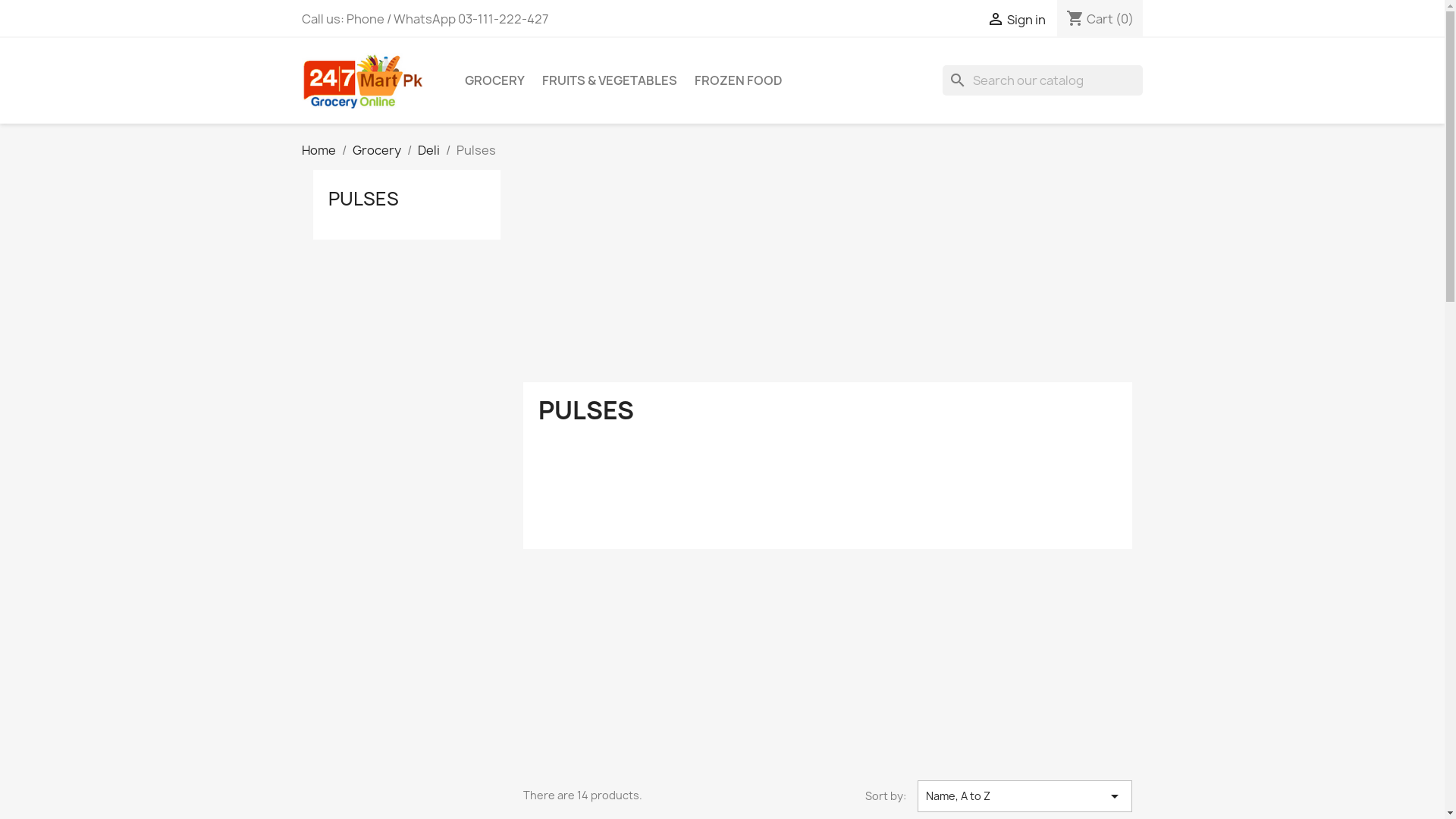 This screenshot has height=819, width=1456. I want to click on 'Deli', so click(427, 149).